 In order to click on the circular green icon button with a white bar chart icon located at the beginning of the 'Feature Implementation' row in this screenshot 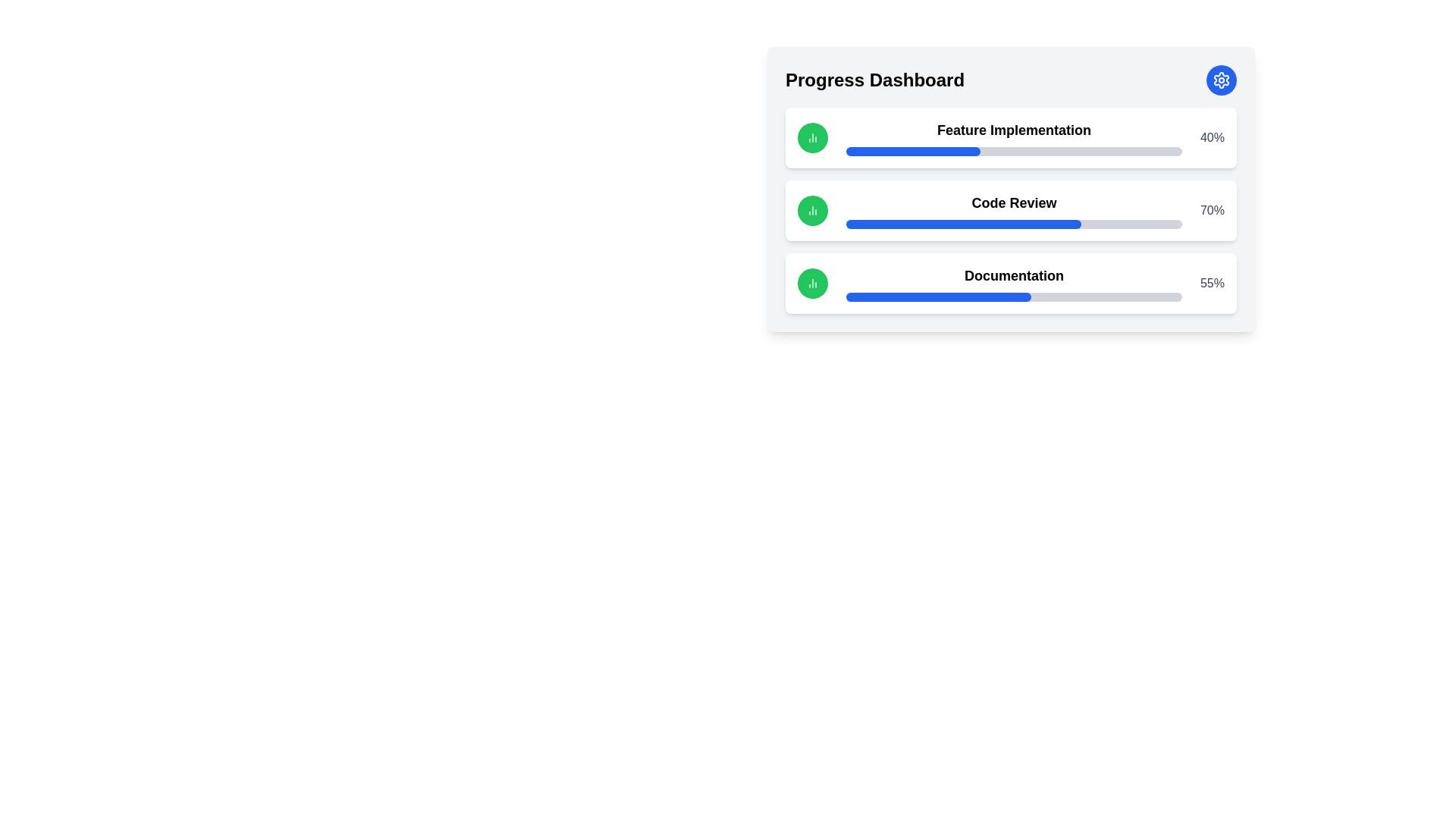, I will do `click(811, 137)`.